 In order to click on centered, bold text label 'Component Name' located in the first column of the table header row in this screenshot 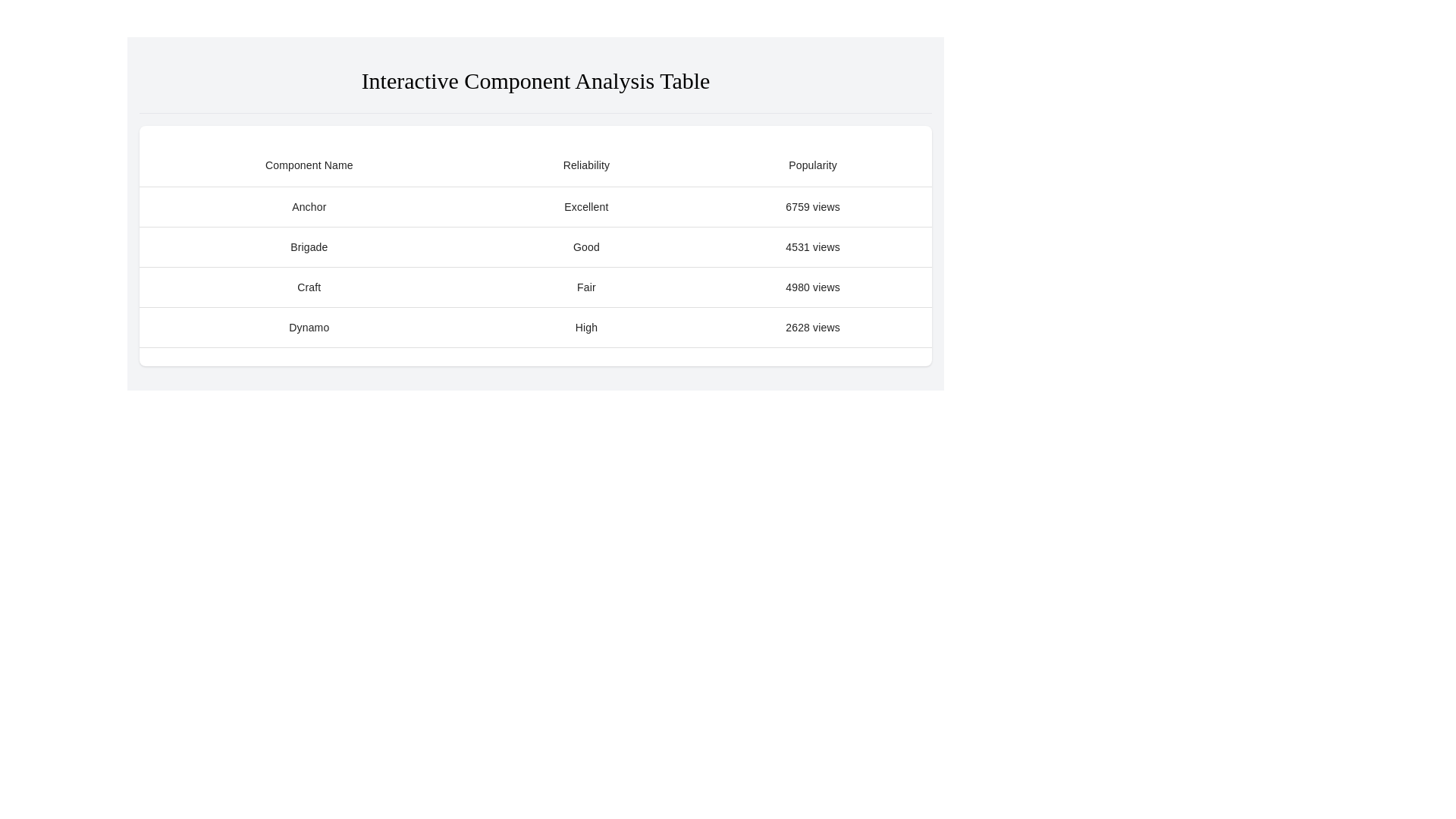, I will do `click(308, 165)`.